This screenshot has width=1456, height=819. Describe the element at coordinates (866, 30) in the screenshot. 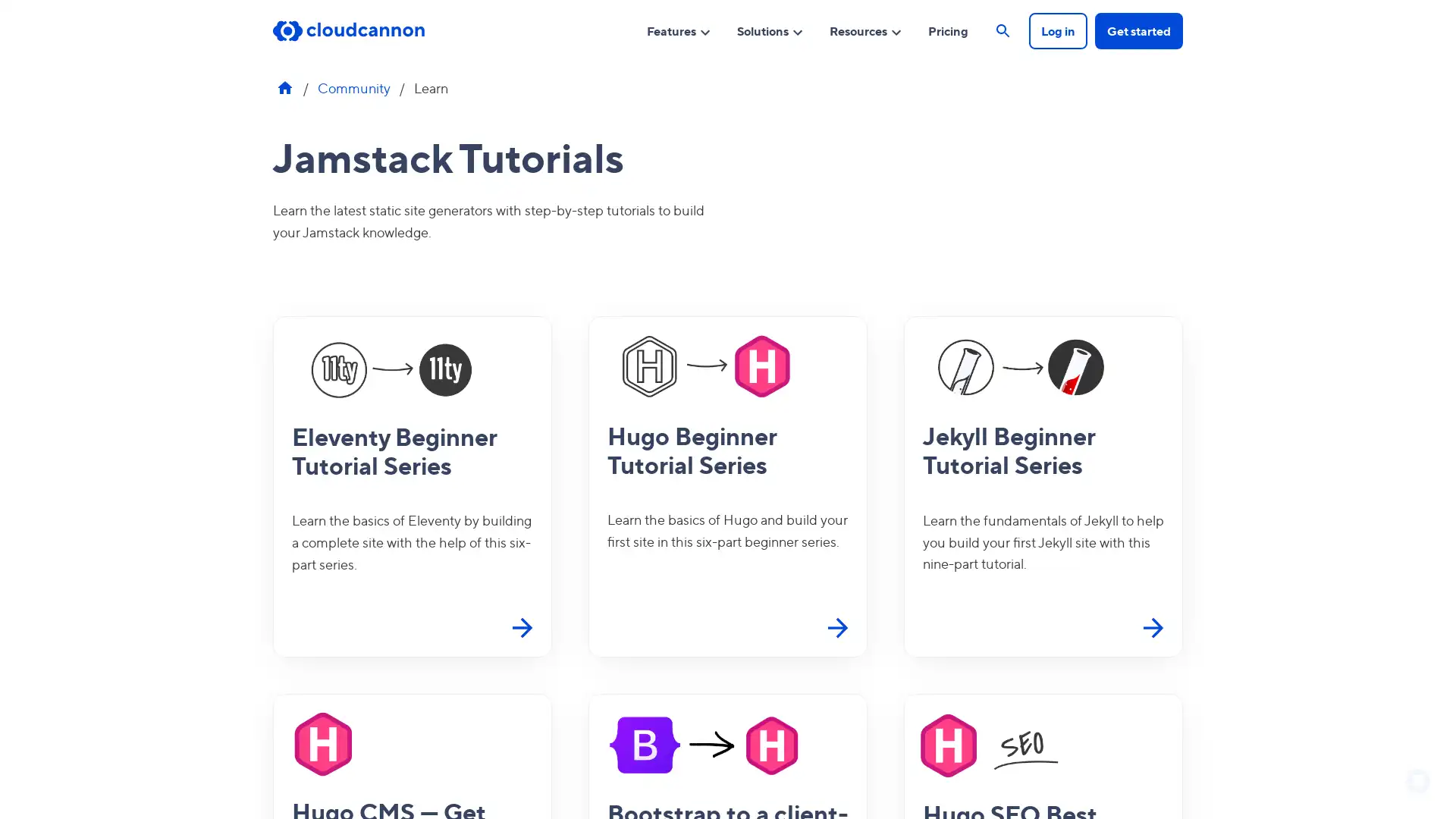

I see `Resources` at that location.